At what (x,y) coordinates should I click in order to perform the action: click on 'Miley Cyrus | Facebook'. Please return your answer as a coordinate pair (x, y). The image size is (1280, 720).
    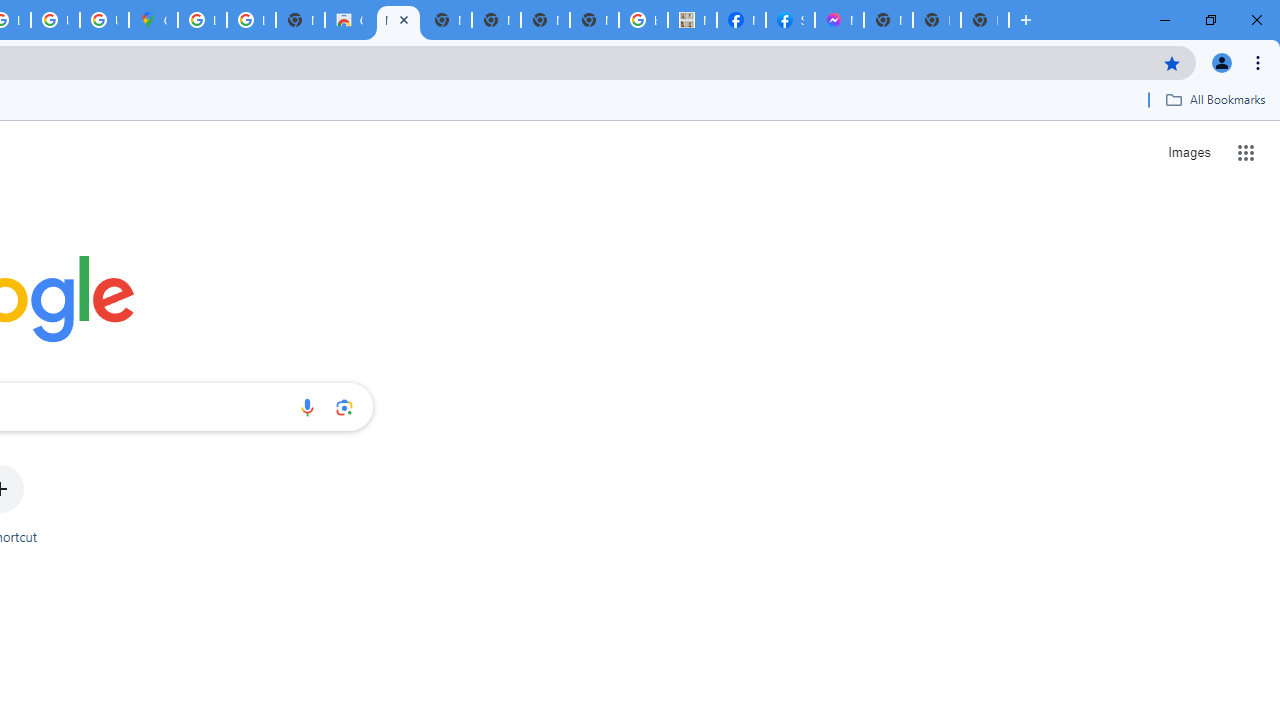
    Looking at the image, I should click on (740, 20).